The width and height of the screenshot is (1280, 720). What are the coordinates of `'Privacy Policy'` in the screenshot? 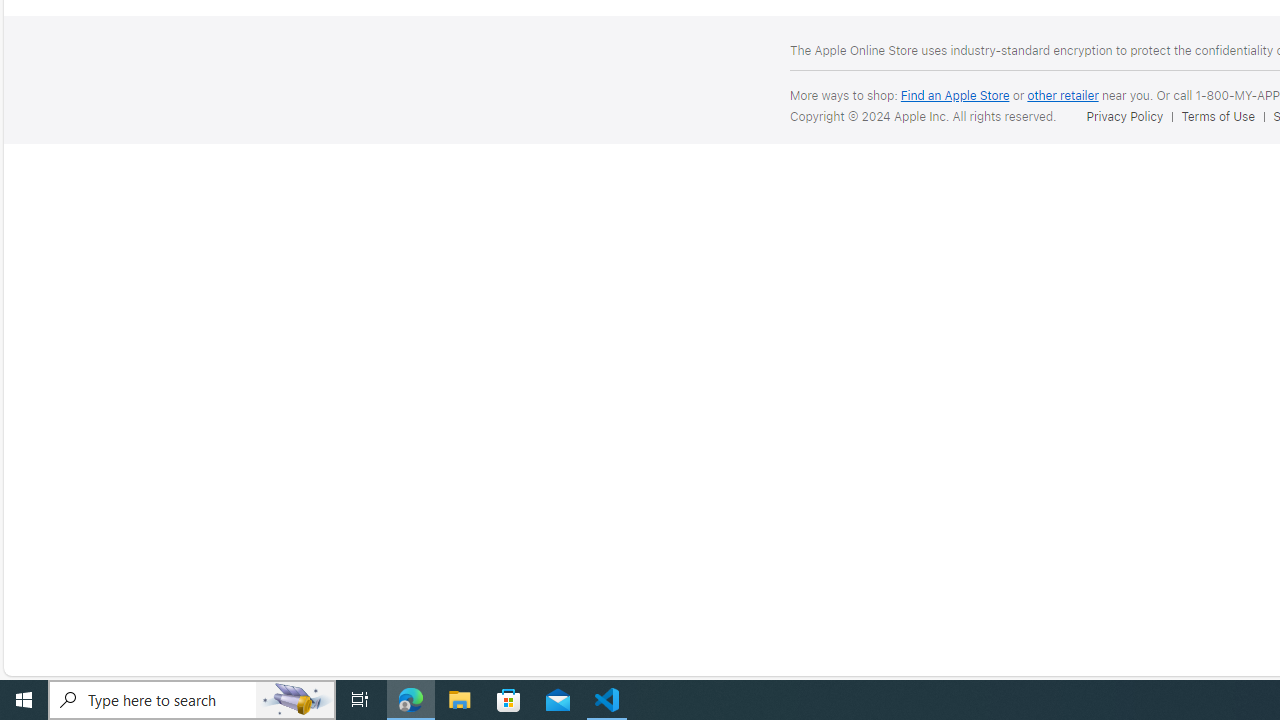 It's located at (1124, 116).